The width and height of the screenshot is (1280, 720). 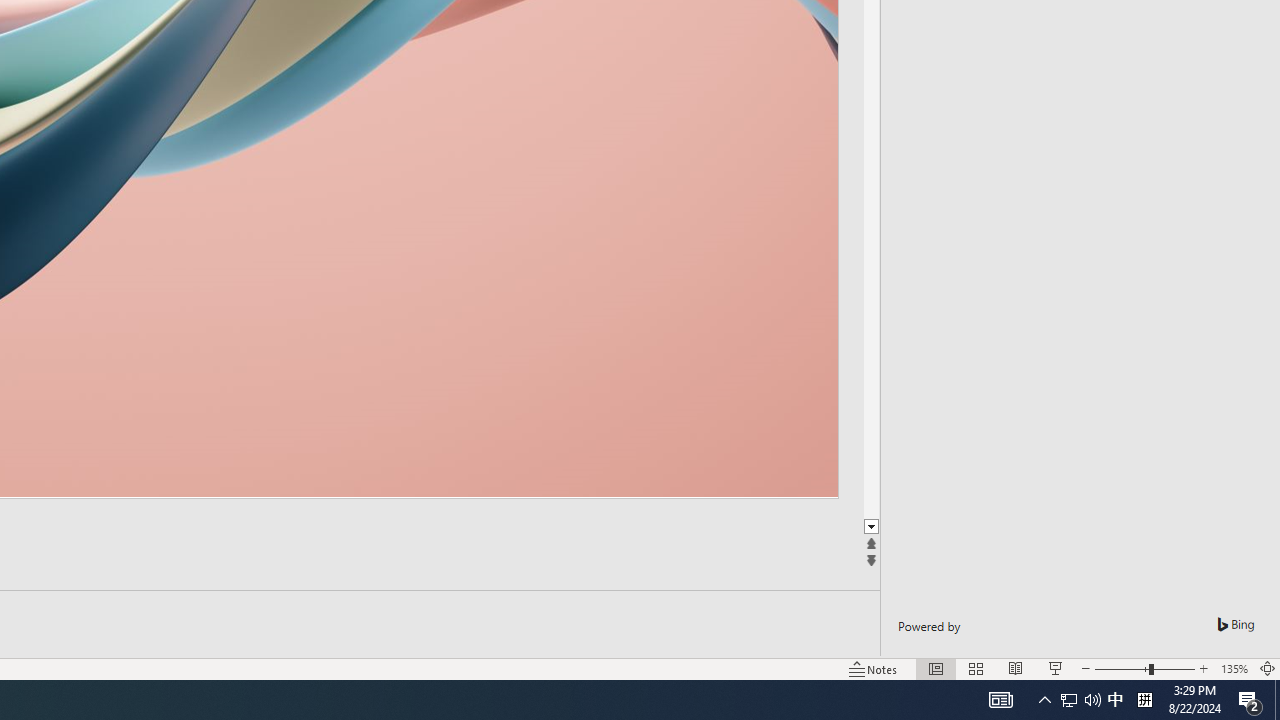 I want to click on 'Zoom 135%', so click(x=1233, y=669).